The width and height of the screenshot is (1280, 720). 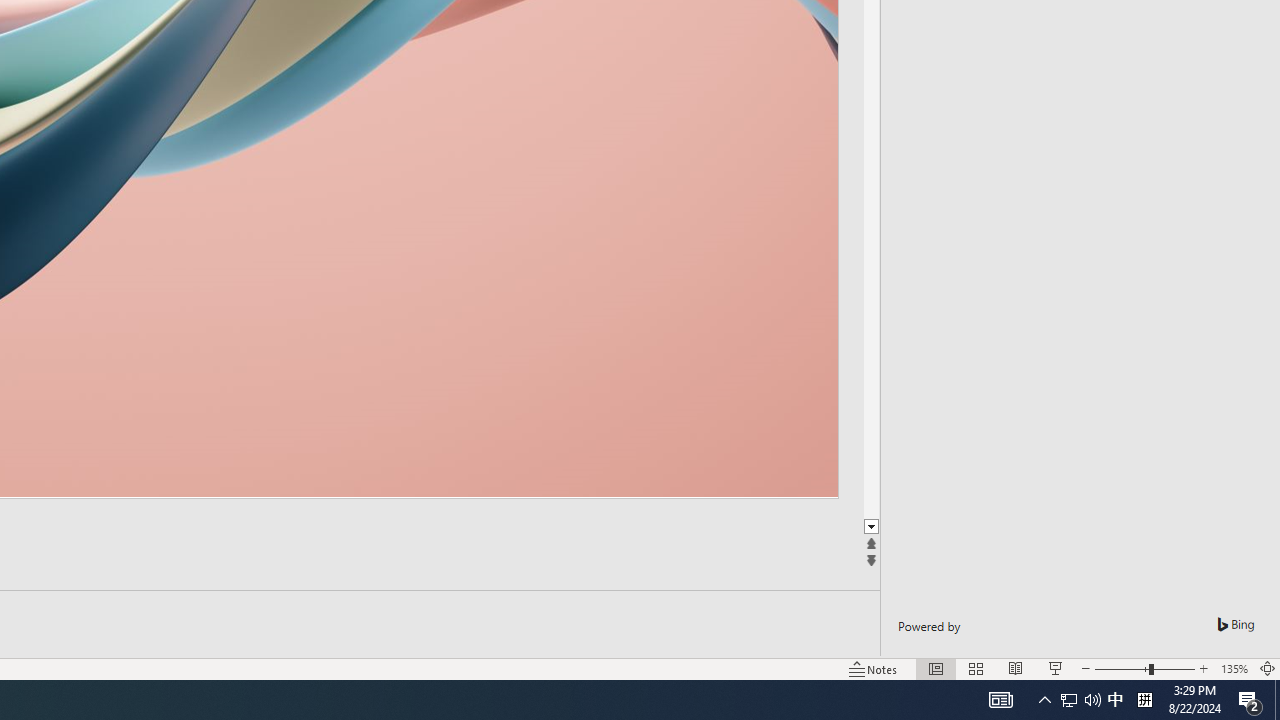 I want to click on 'Zoom 135%', so click(x=1233, y=669).